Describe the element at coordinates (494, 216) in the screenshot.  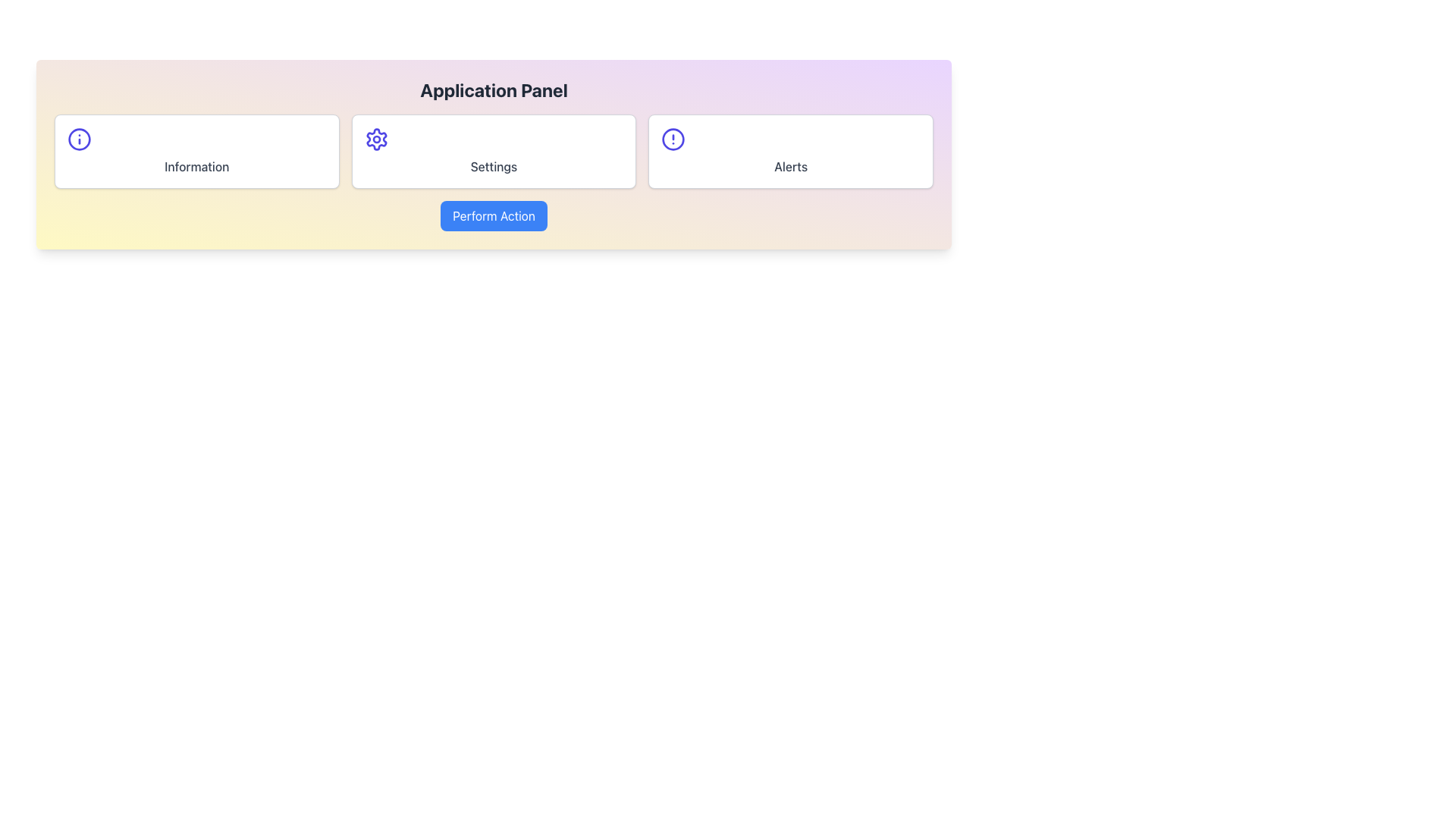
I see `the call-to-action button located below the 'Application Panel', centrally aligned beneath 'Information', 'Settings', and 'Alerts'` at that location.